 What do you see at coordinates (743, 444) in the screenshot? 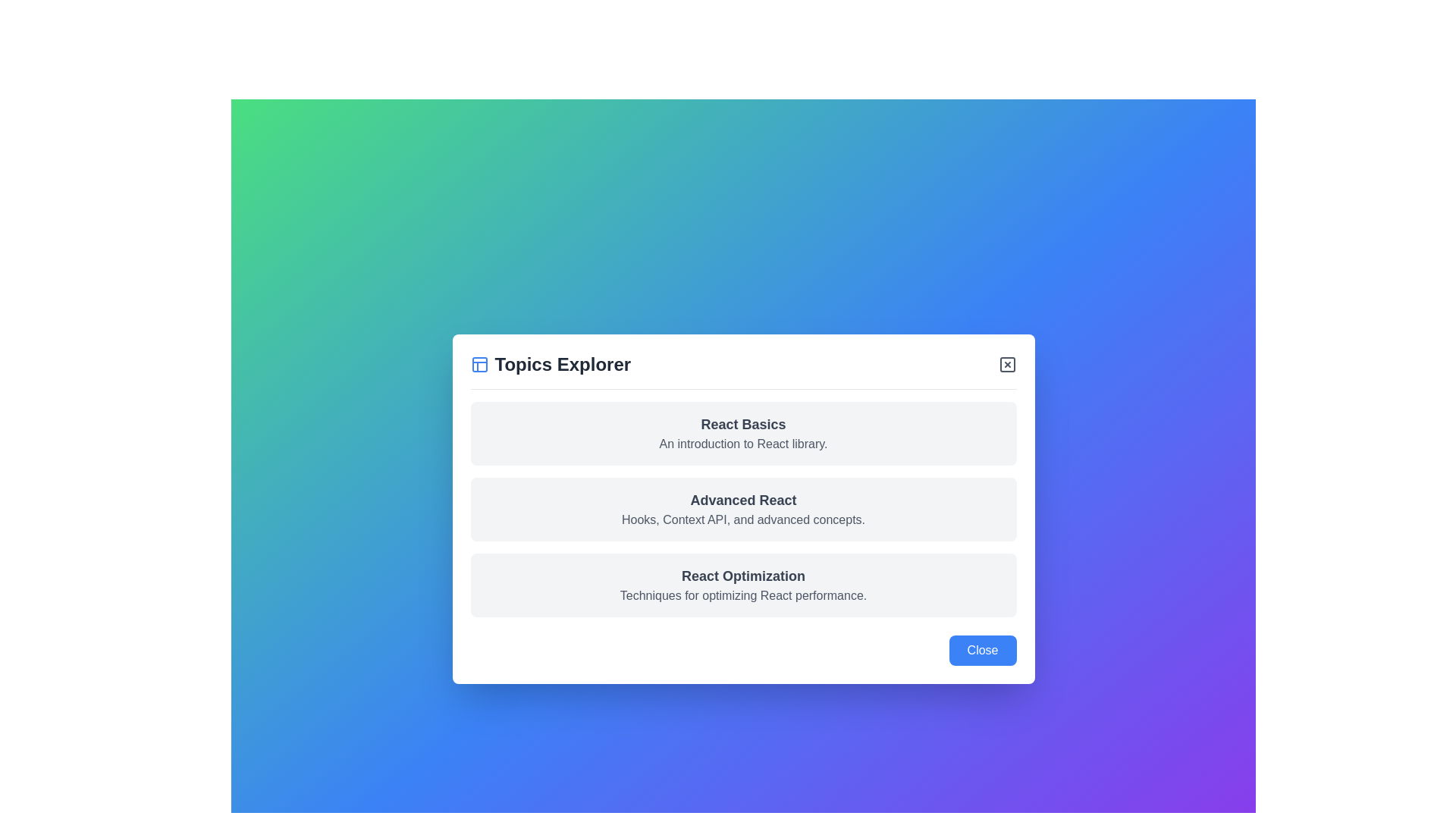
I see `text 'An introduction to React library.' which is styled with a gray font and positioned below the heading 'React Basics' in a modal interface` at bounding box center [743, 444].